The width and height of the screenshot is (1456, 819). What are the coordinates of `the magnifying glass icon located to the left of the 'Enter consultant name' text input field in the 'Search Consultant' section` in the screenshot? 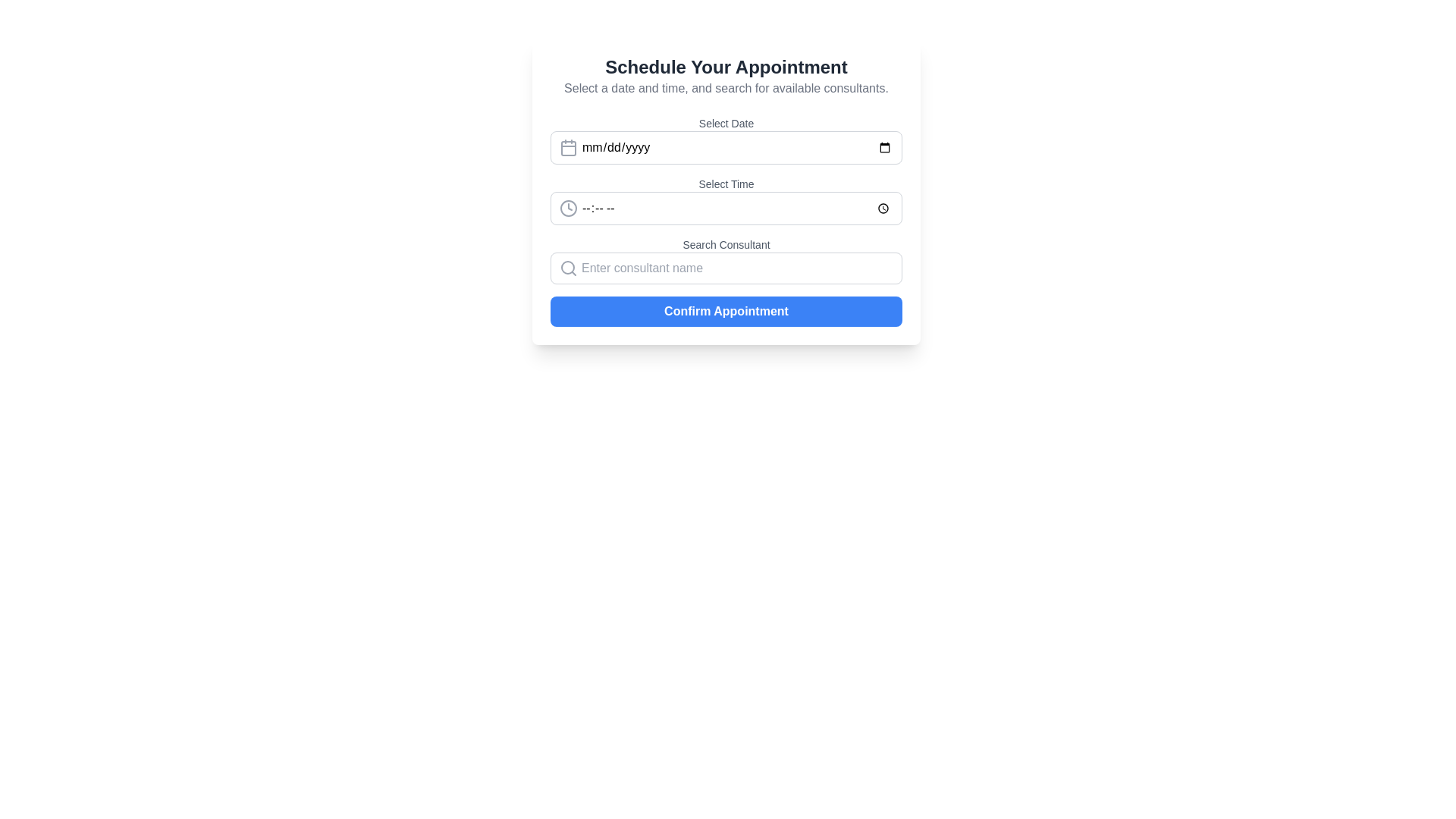 It's located at (567, 268).